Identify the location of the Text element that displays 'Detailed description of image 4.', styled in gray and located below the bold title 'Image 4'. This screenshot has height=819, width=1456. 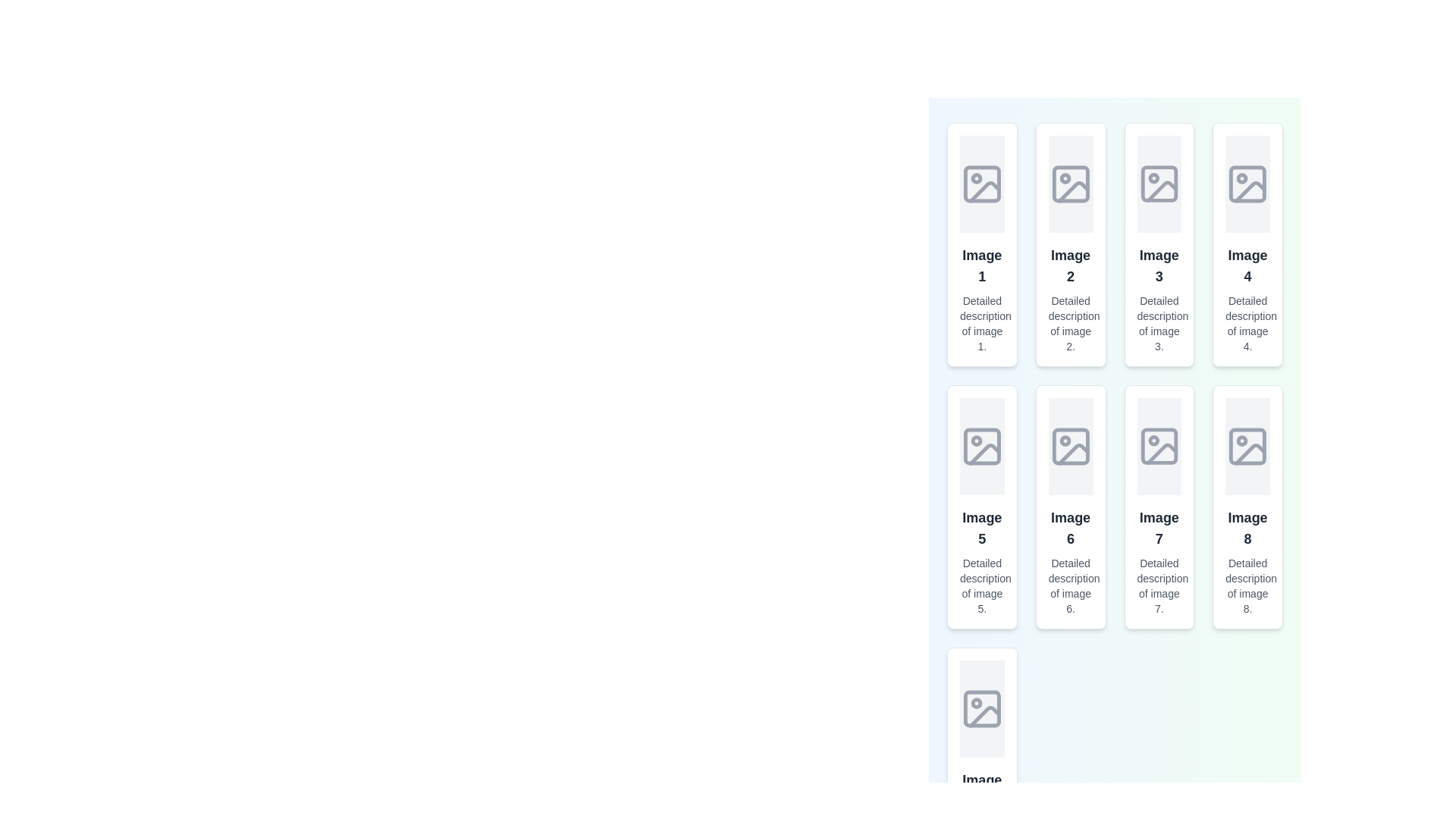
(1247, 323).